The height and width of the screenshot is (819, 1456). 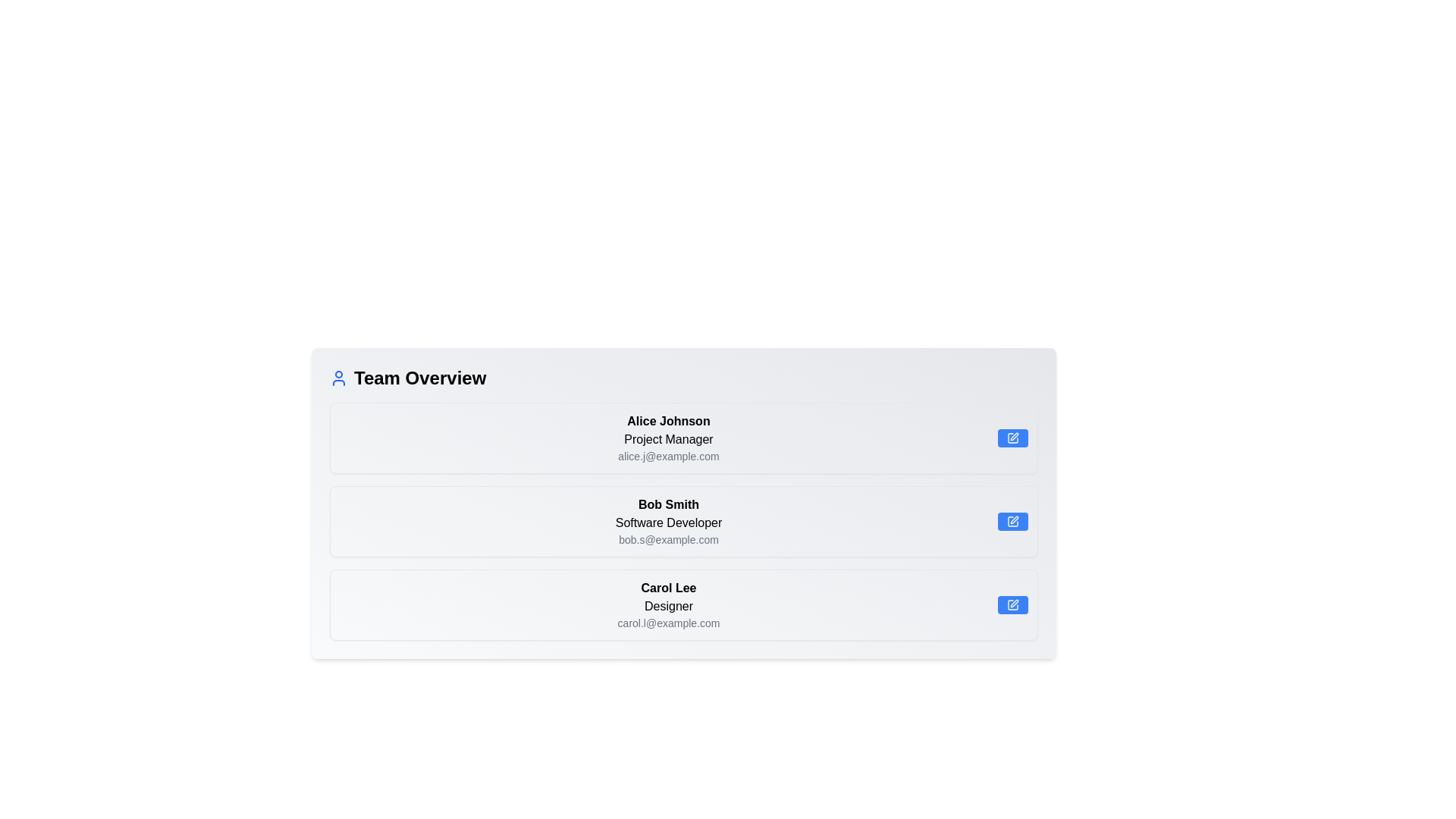 I want to click on the edit icon button located to the far right of Alice Johnson's profile, so click(x=1014, y=436).